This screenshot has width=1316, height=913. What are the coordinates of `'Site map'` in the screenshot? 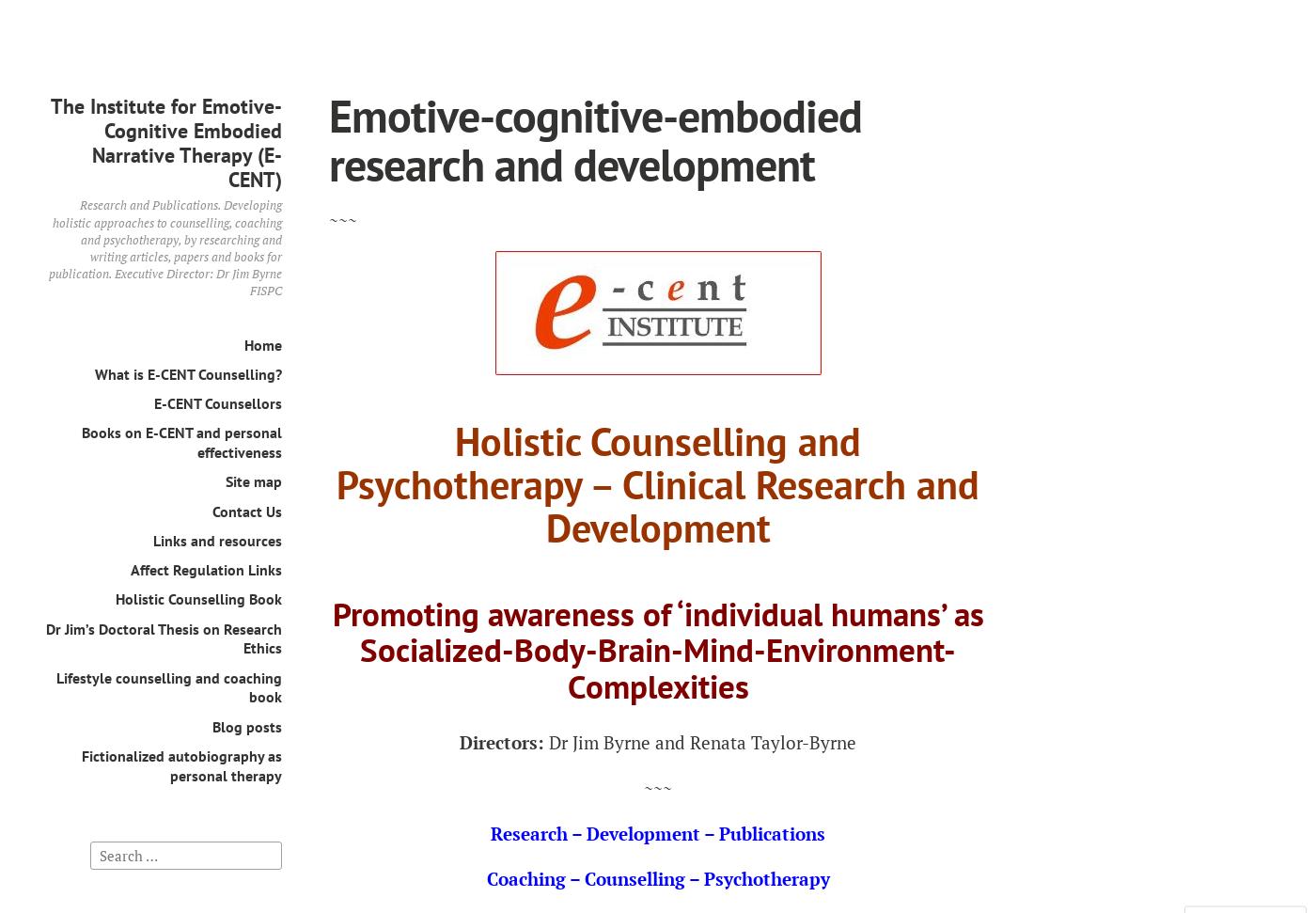 It's located at (254, 480).